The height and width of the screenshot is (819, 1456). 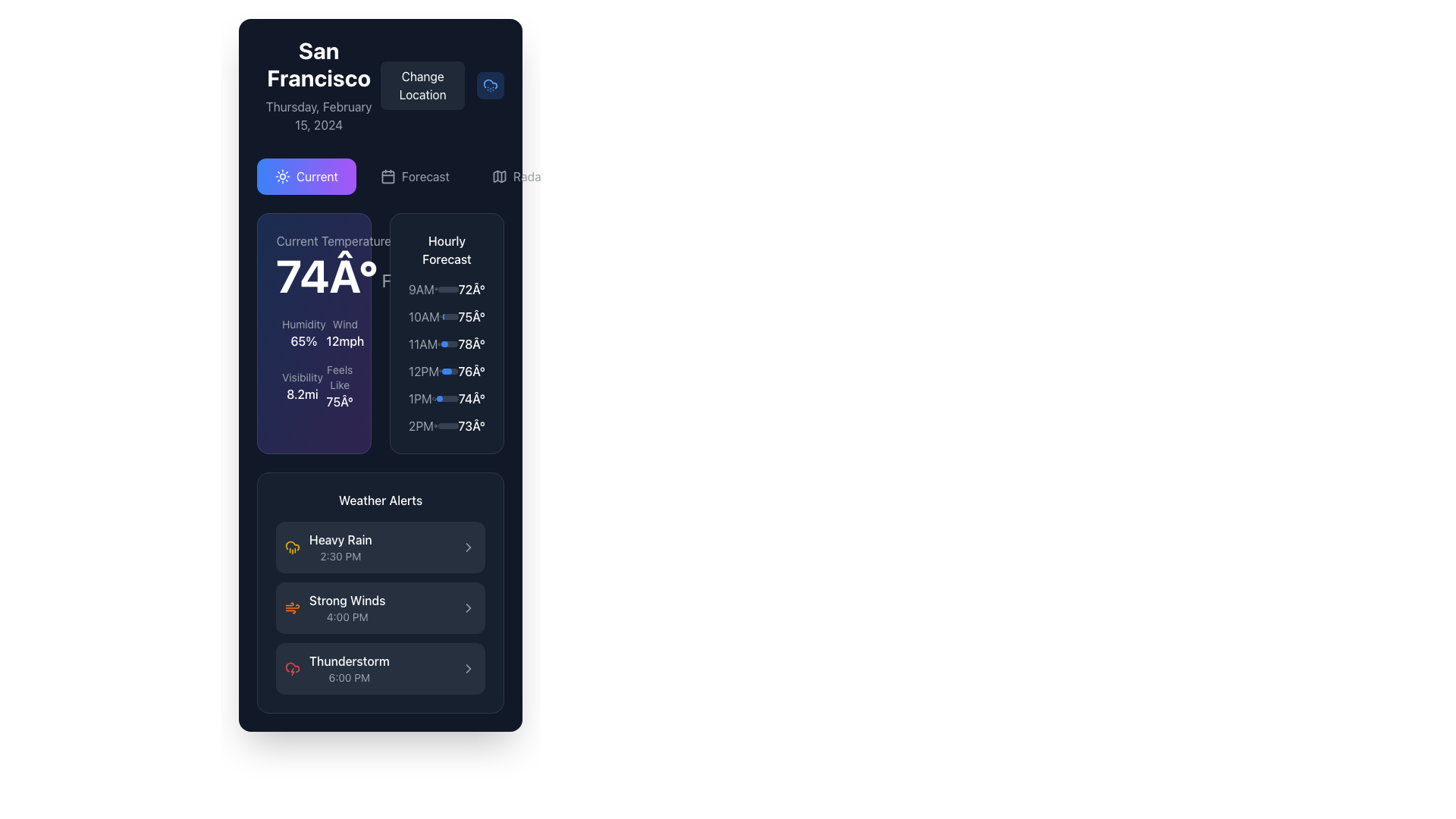 What do you see at coordinates (347, 607) in the screenshot?
I see `weather alert labeled 'Strong Winds' that is positioned in the second card of the 'Weather Alerts' section, between the 'Heavy Rain' and 'Thunderstorm' cards` at bounding box center [347, 607].